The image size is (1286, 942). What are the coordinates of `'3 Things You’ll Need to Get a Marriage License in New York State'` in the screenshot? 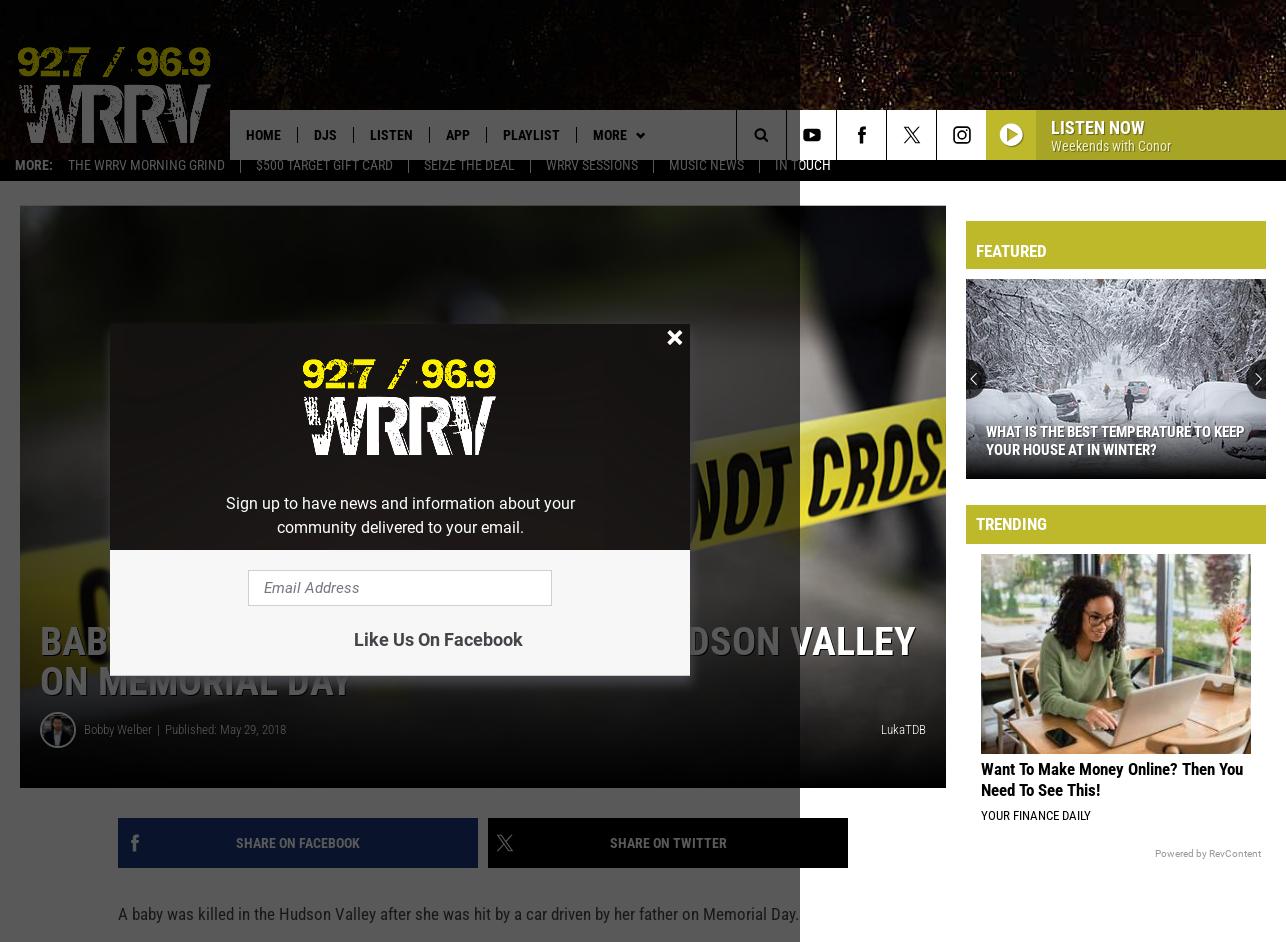 It's located at (1105, 450).